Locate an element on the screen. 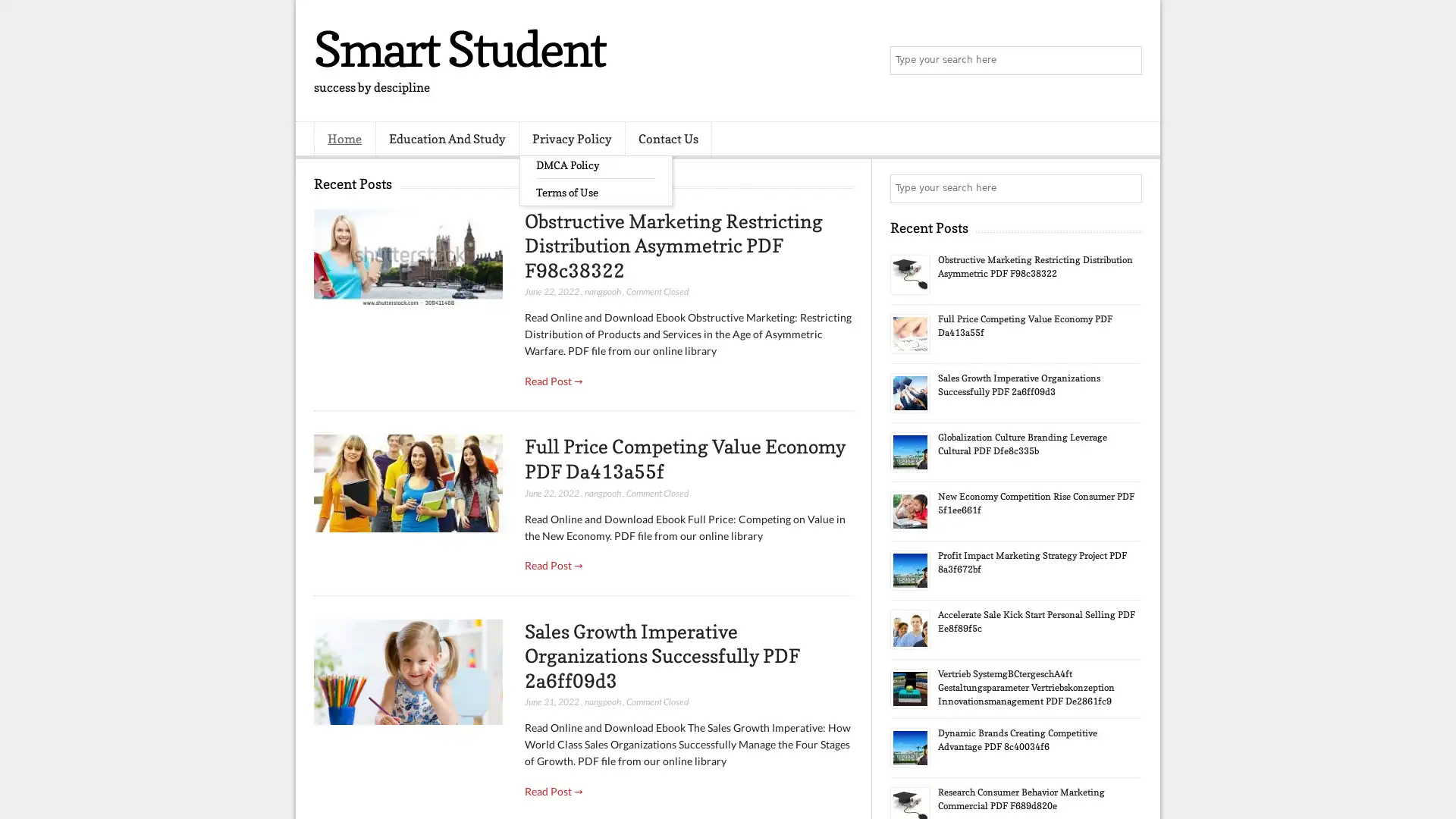 The width and height of the screenshot is (1456, 819). Search is located at coordinates (1126, 188).